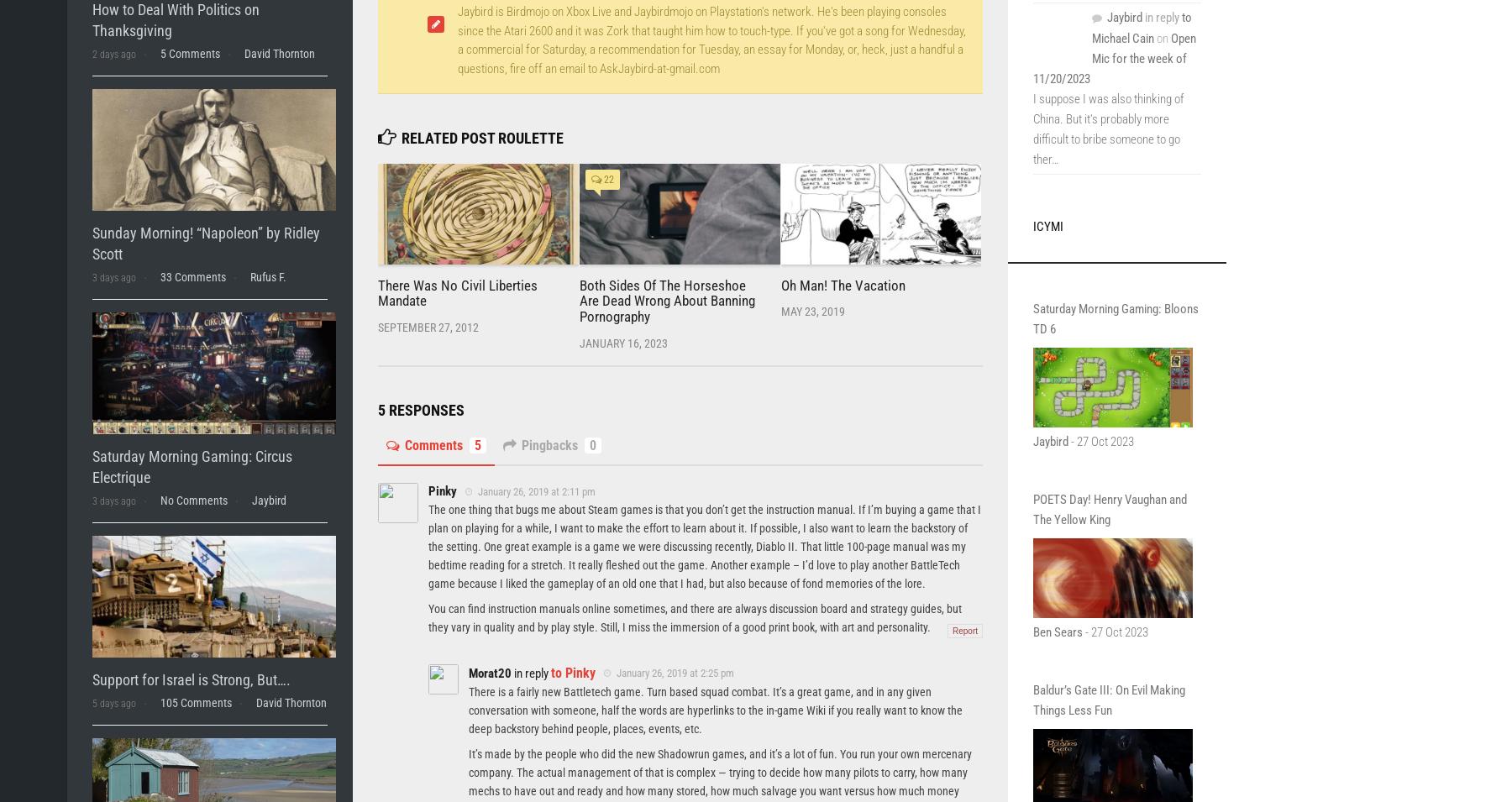 The height and width of the screenshot is (802, 1512). What do you see at coordinates (715, 709) in the screenshot?
I see `'There is a fairly new Battletech game. Turn based squad combat. It’s a great game, and in any given conversation with someone, half the words are hyperlinks to the in-game Wiki if you really want to know the deep backstory behind people, places, events, etc.'` at bounding box center [715, 709].